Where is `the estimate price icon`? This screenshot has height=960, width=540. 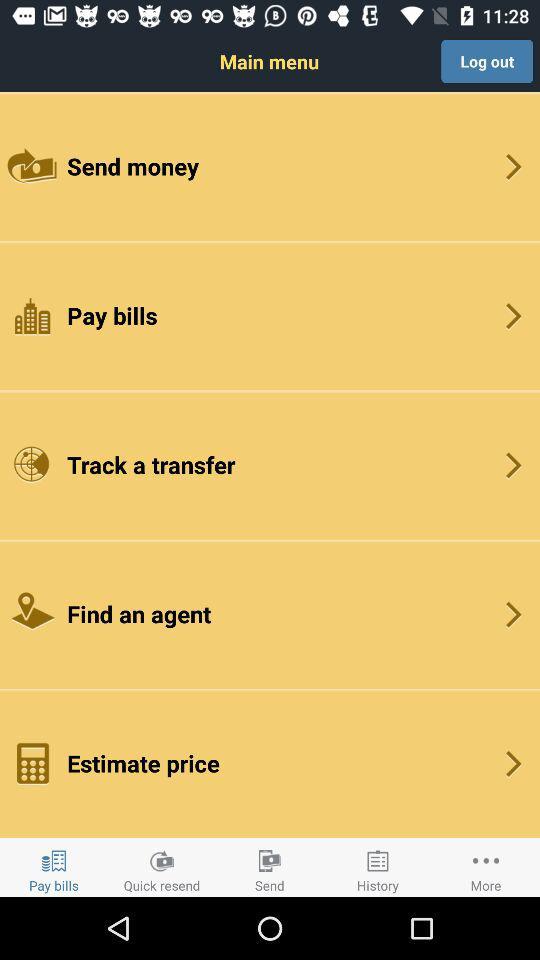 the estimate price icon is located at coordinates (270, 762).